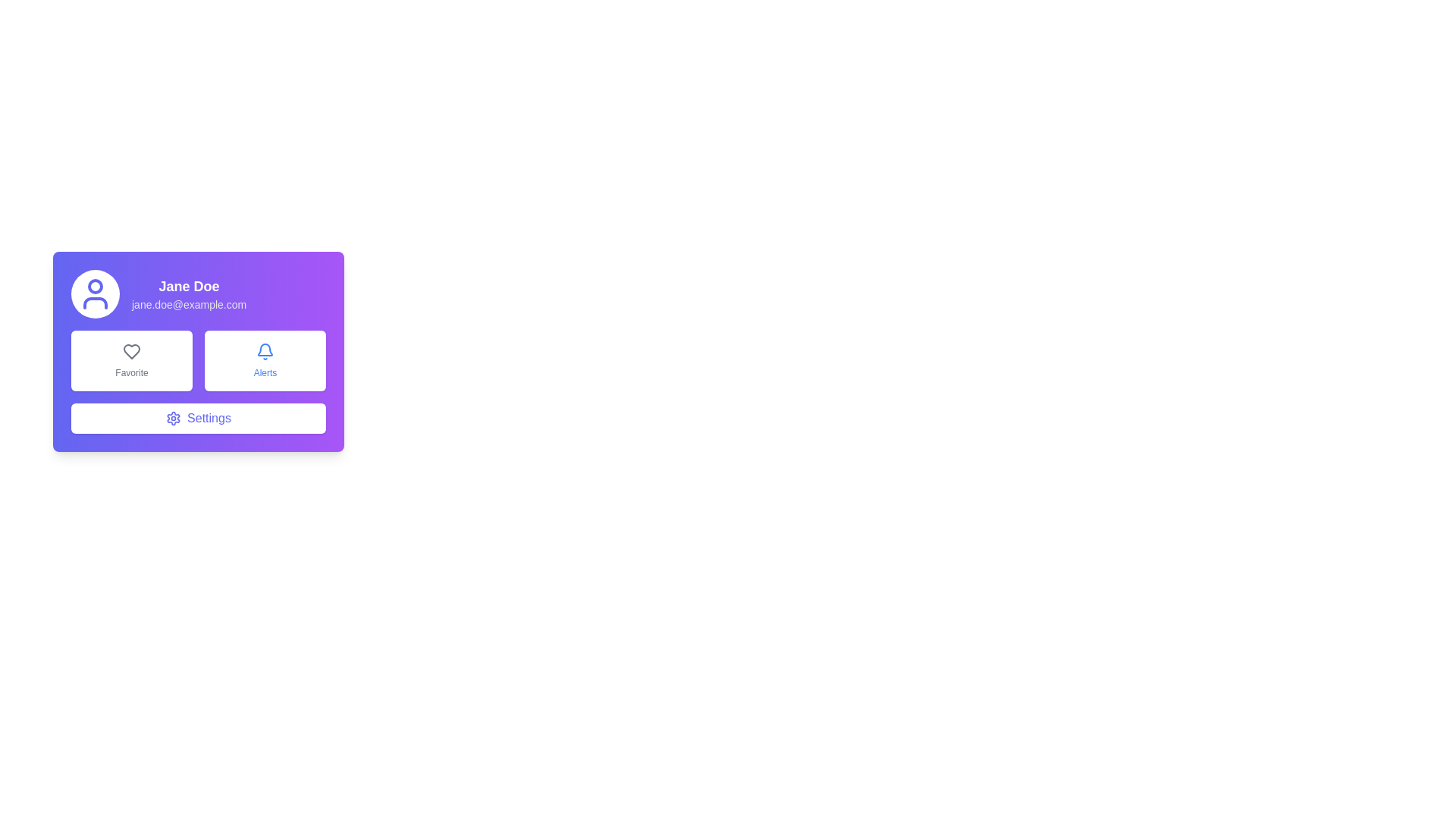 This screenshot has height=819, width=1456. What do you see at coordinates (265, 351) in the screenshot?
I see `the bell icon with a notification badge indicating three unread notifications, located in the second box of the second row in the main content area labeled 'Alerts'` at bounding box center [265, 351].